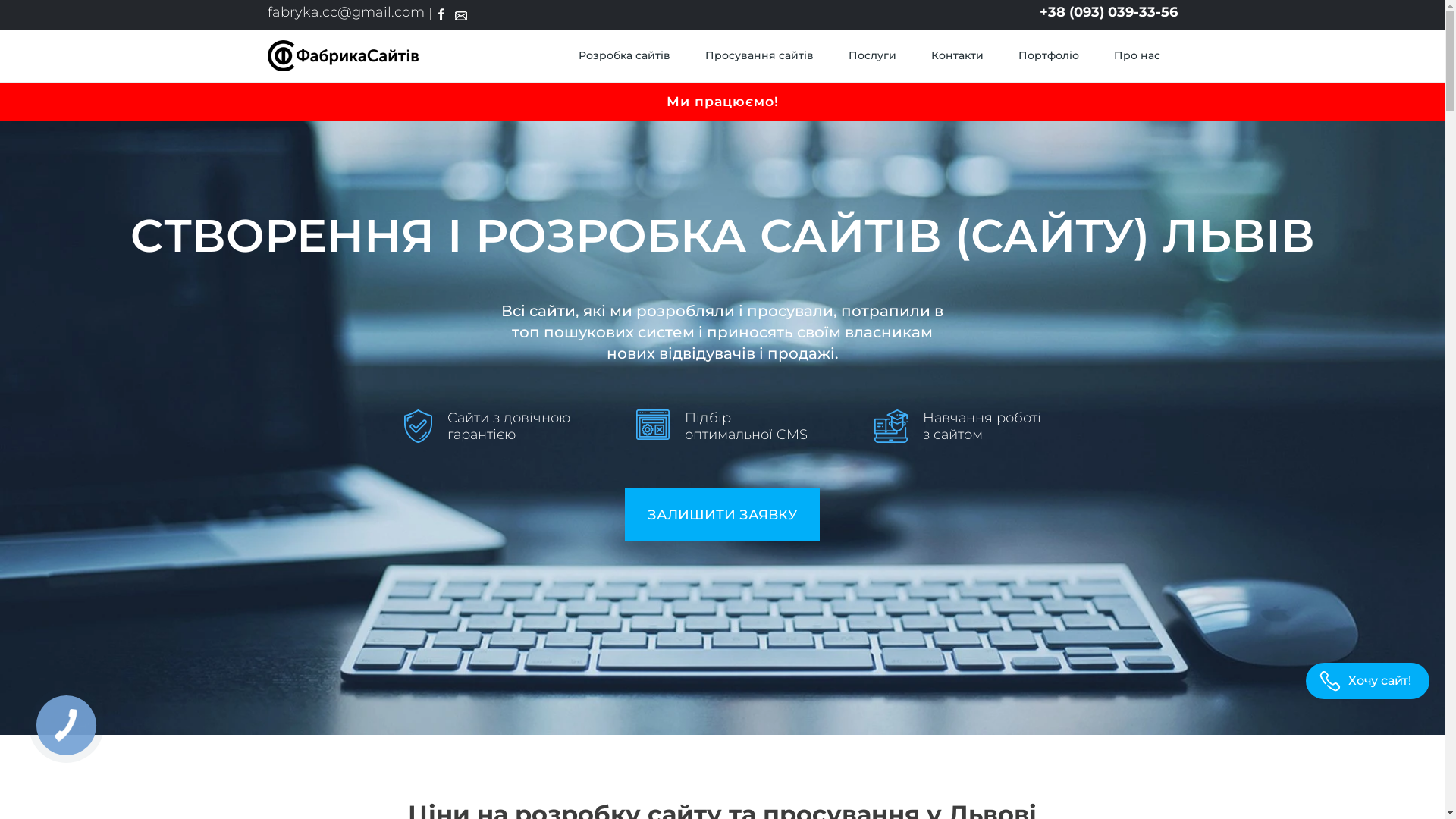  What do you see at coordinates (439, 15) in the screenshot?
I see `'Facebook'` at bounding box center [439, 15].